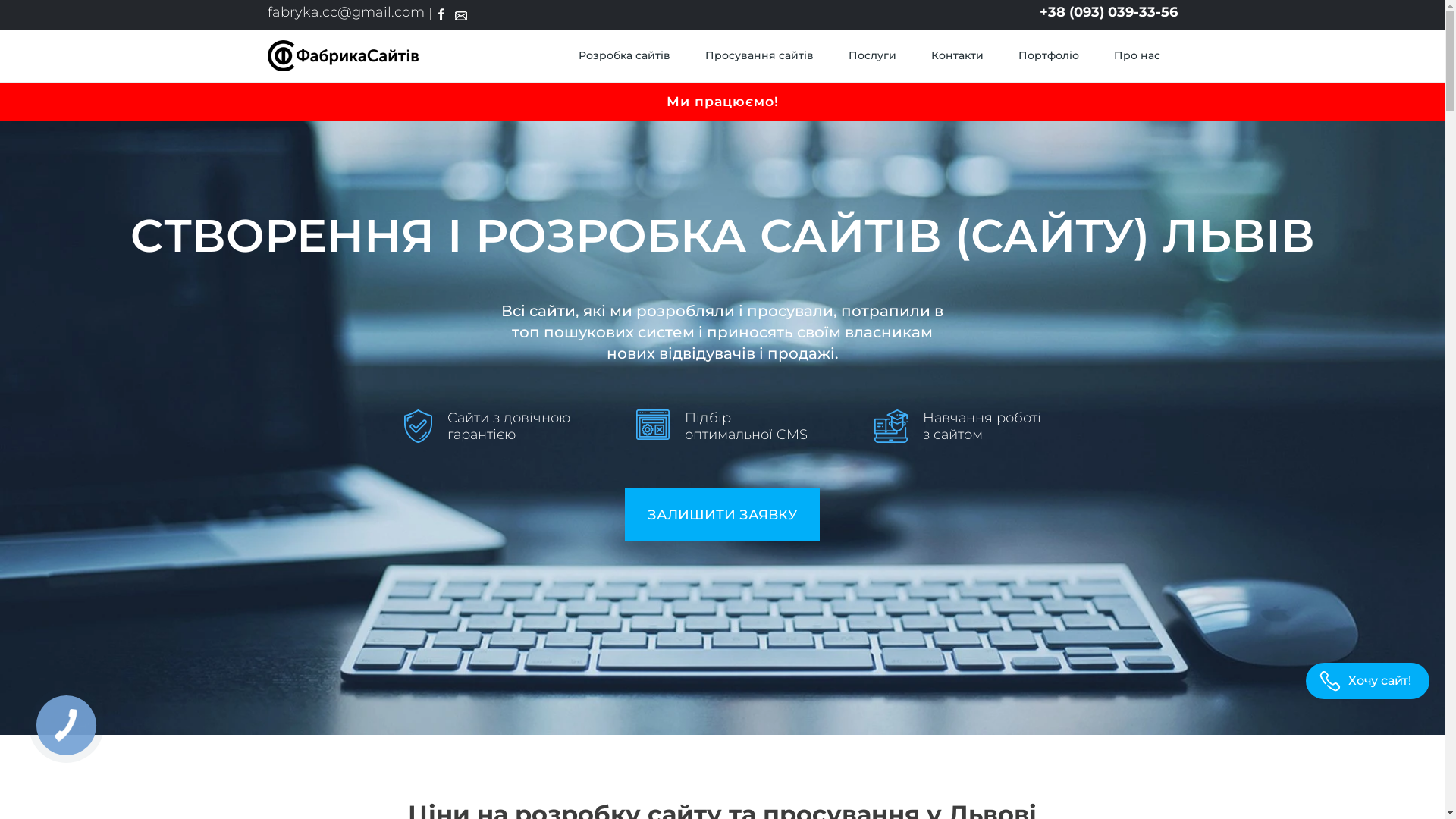  What do you see at coordinates (439, 15) in the screenshot?
I see `'Facebook'` at bounding box center [439, 15].